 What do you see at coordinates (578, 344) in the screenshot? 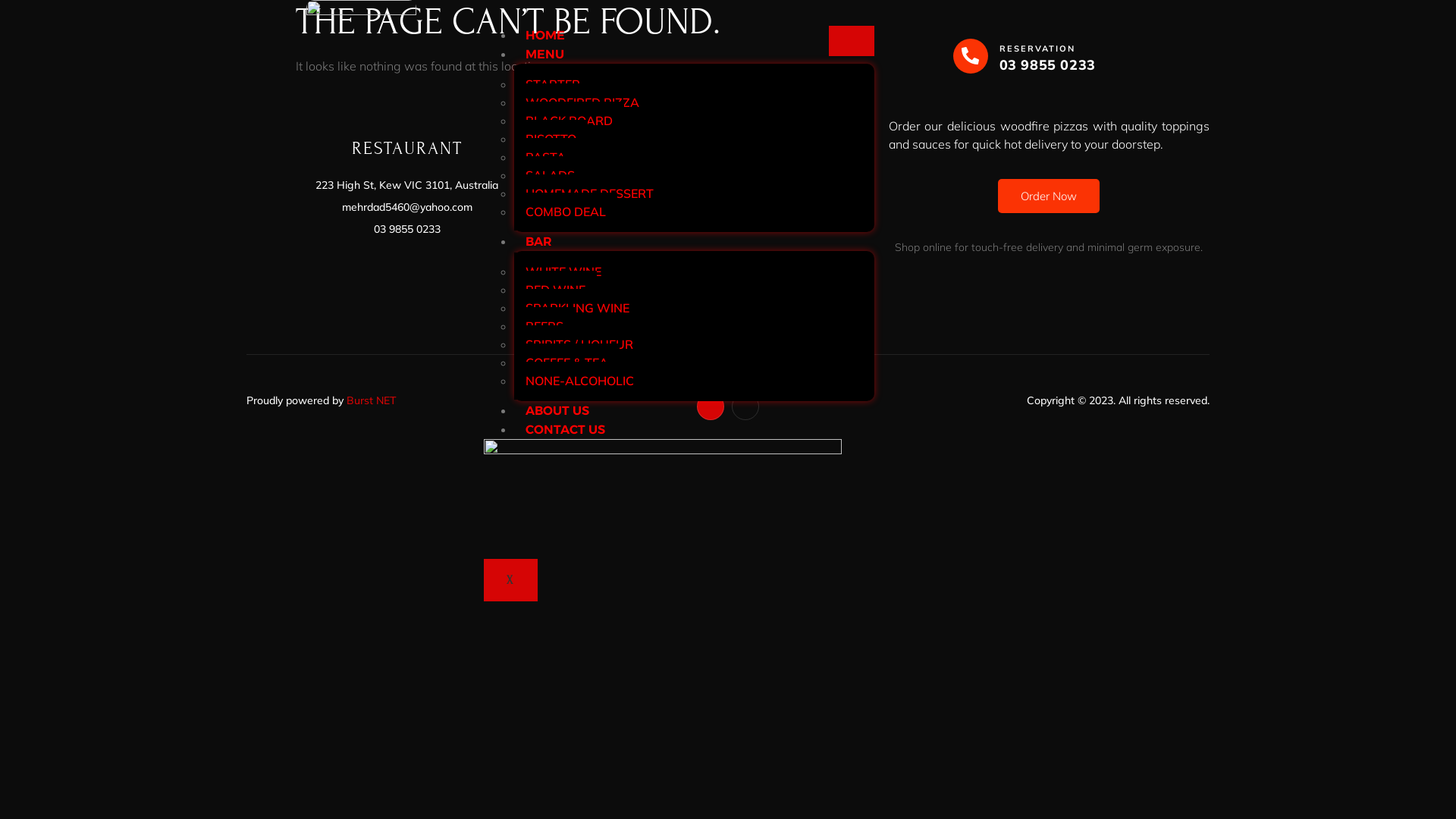
I see `'SPIRITS / LIQUEUR'` at bounding box center [578, 344].